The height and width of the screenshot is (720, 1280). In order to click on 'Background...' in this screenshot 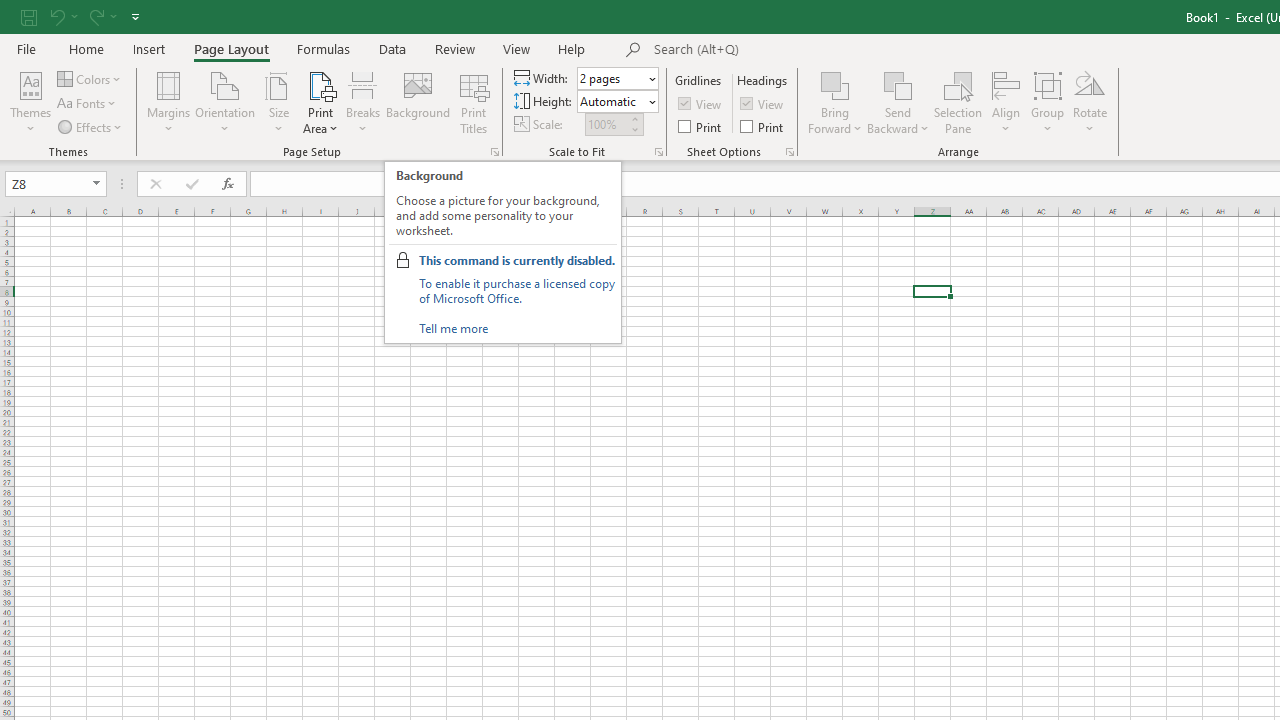, I will do `click(417, 103)`.